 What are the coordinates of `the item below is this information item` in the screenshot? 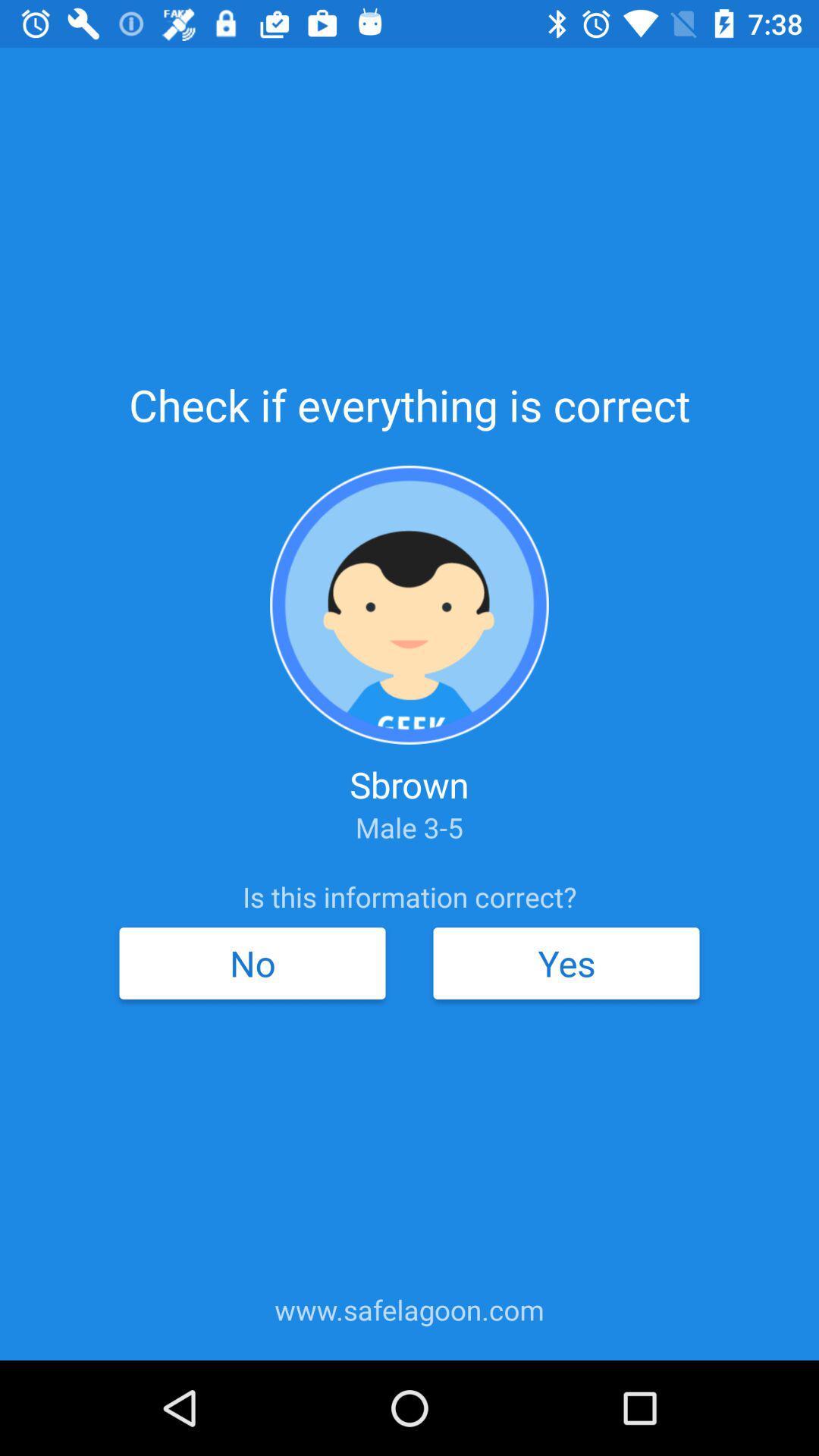 It's located at (251, 962).